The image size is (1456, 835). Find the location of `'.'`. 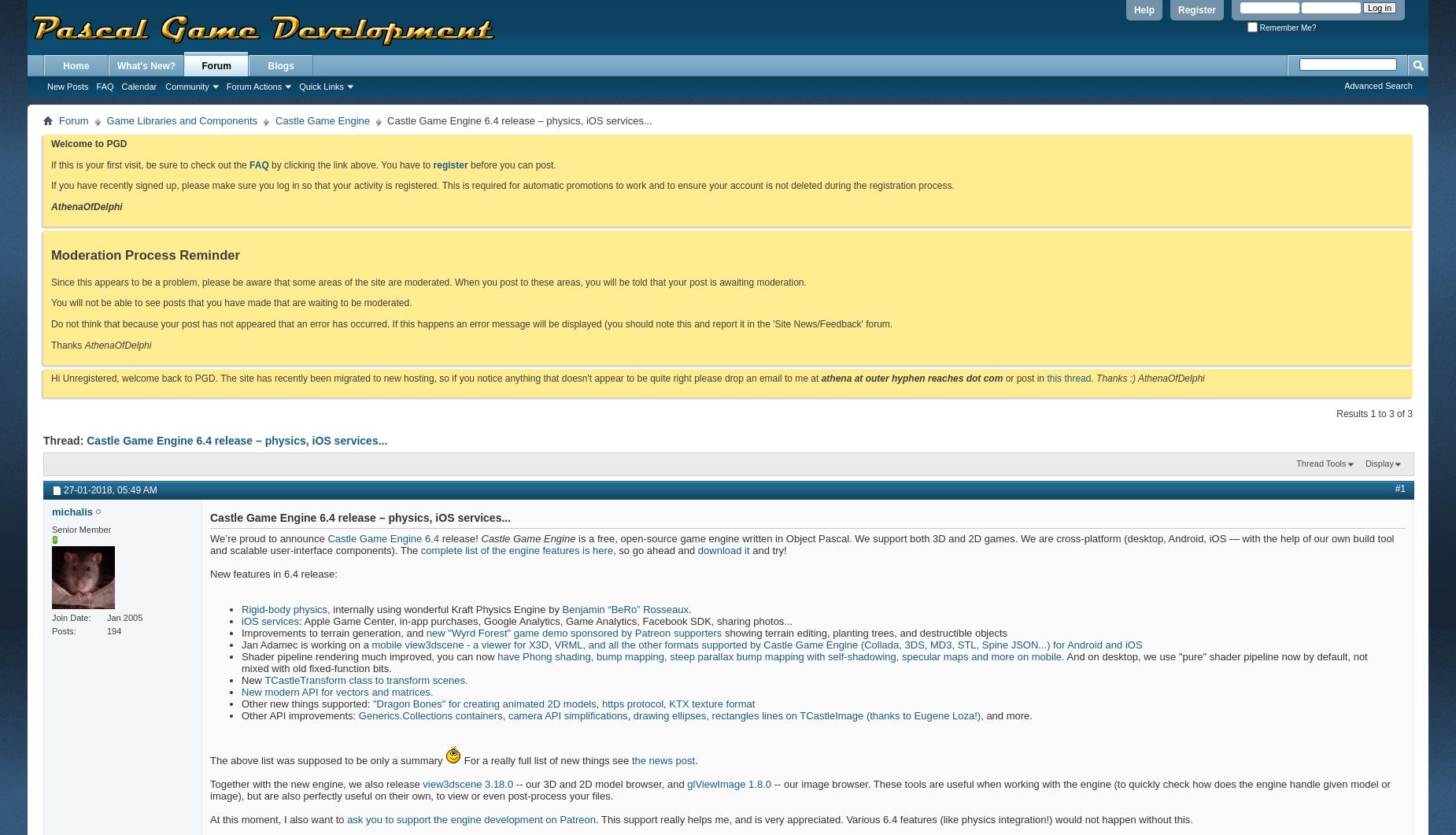

'.' is located at coordinates (1093, 377).